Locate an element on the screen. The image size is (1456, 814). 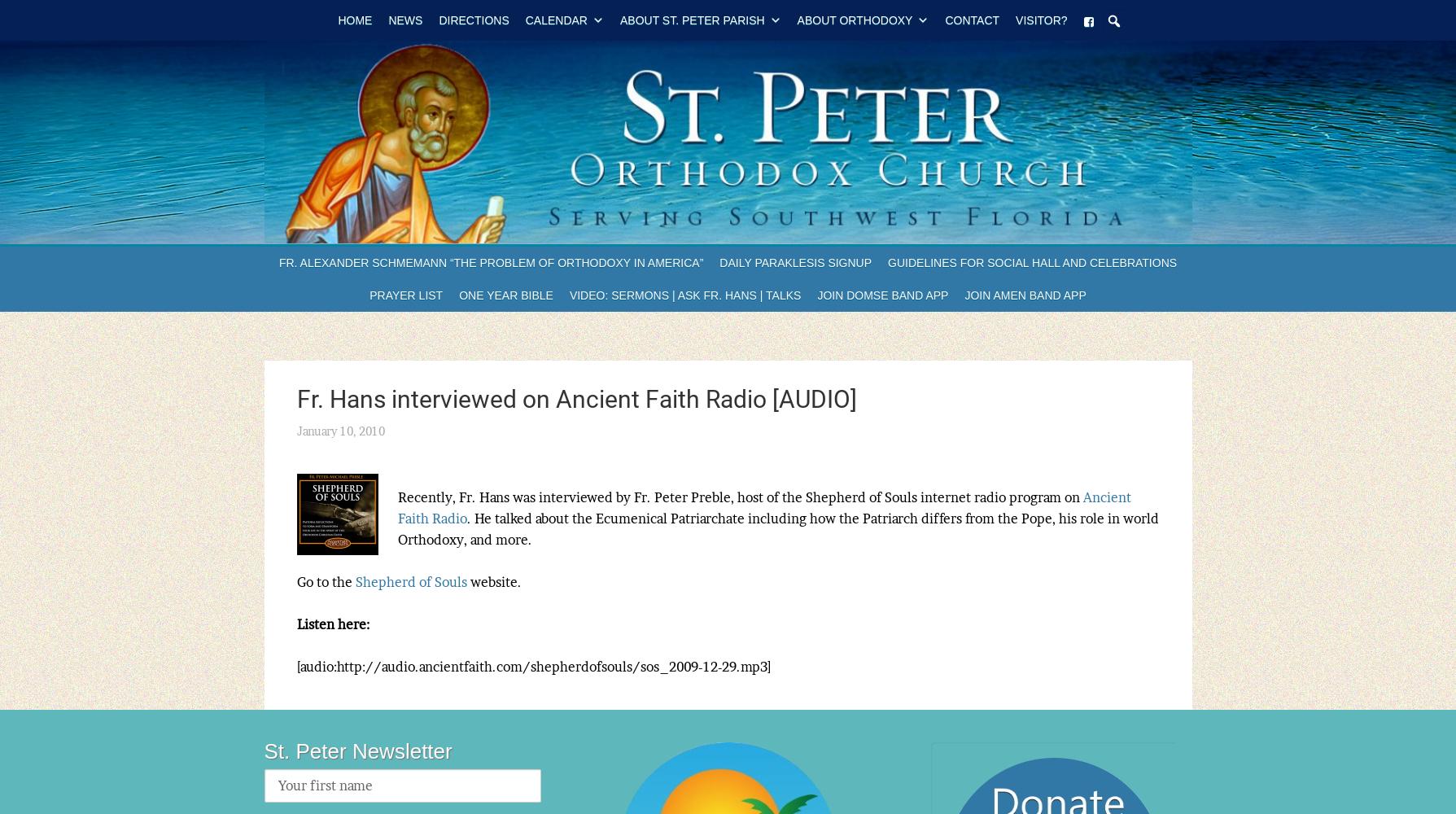
'Fr. Alexander Schmemann “The Problem of Orthodoxy in America”' is located at coordinates (491, 262).